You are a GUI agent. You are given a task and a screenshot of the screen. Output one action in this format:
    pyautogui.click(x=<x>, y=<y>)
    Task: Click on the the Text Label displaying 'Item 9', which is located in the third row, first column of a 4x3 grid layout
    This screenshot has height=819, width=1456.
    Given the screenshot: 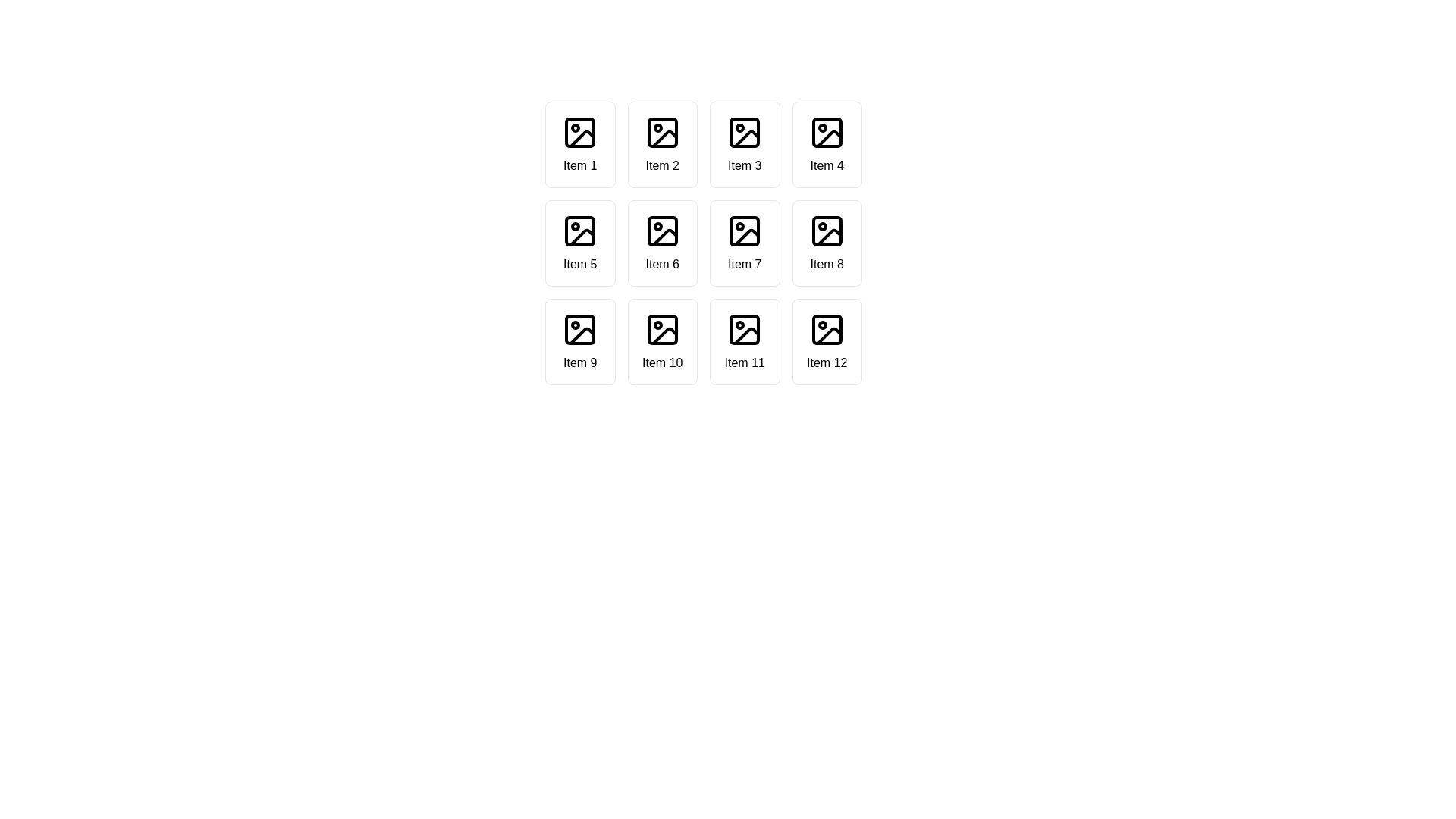 What is the action you would take?
    pyautogui.click(x=579, y=362)
    